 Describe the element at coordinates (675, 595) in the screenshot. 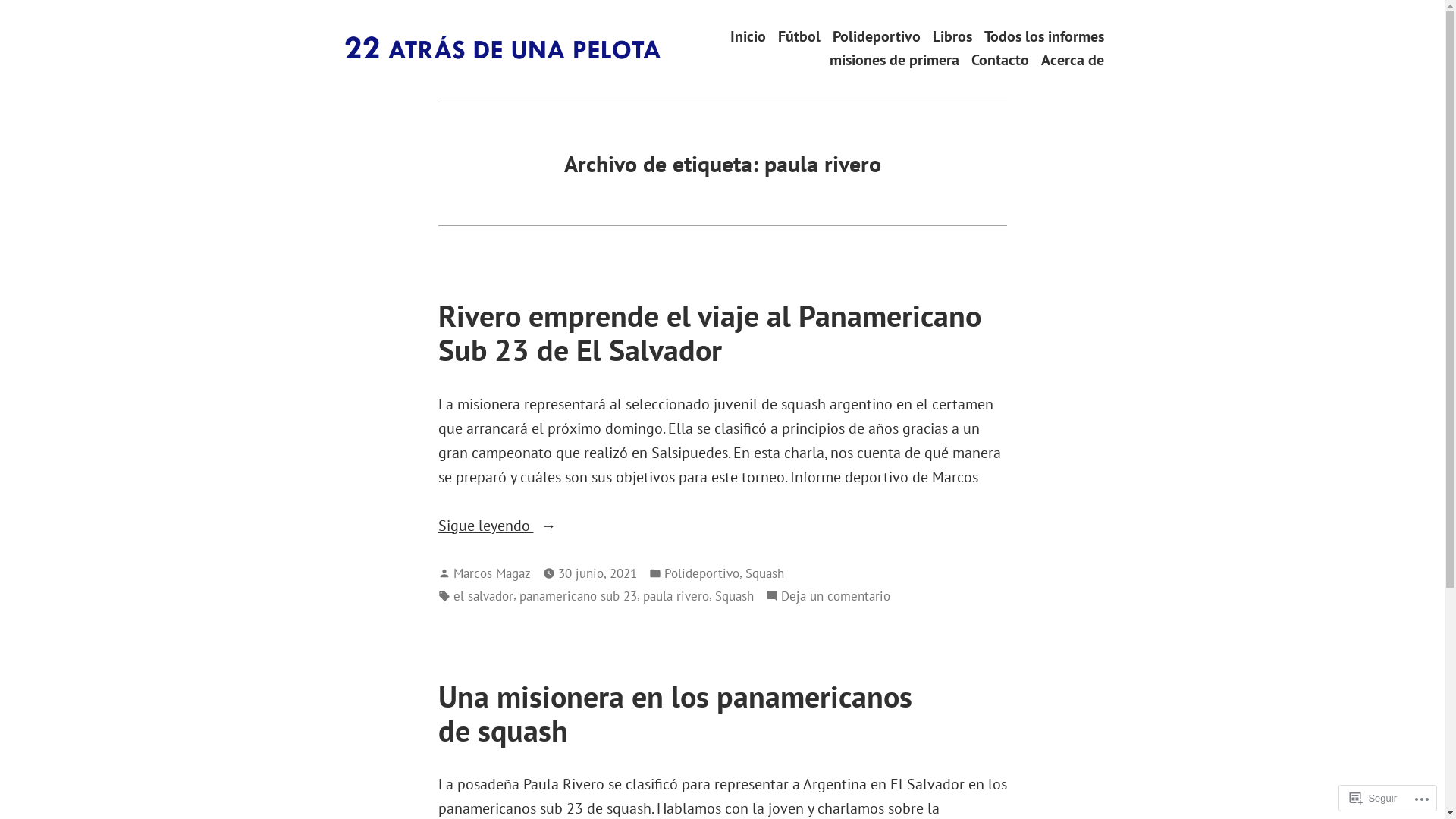

I see `'paula rivero'` at that location.